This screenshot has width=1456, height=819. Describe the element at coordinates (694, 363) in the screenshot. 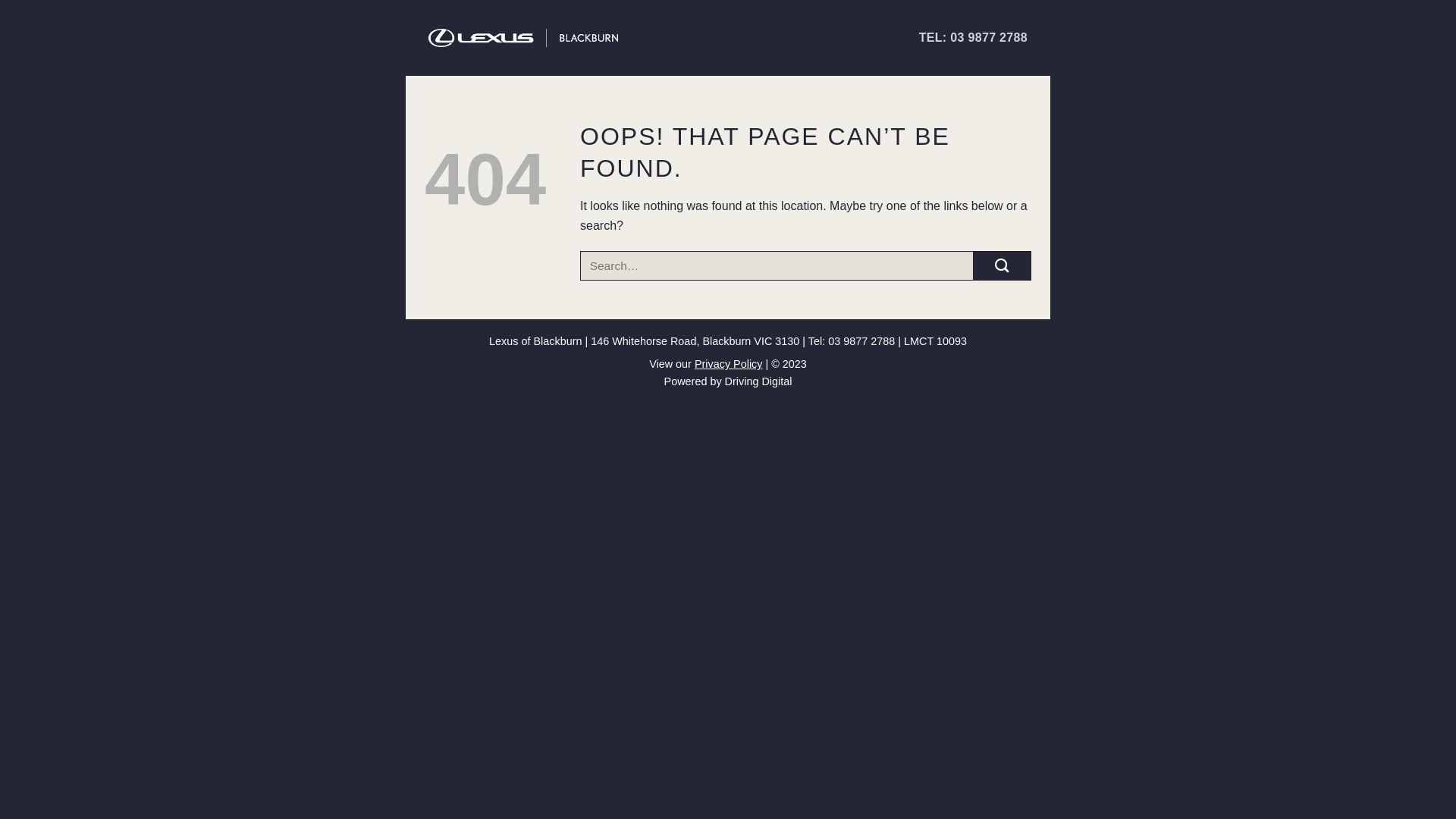

I see `'Privacy Policy'` at that location.